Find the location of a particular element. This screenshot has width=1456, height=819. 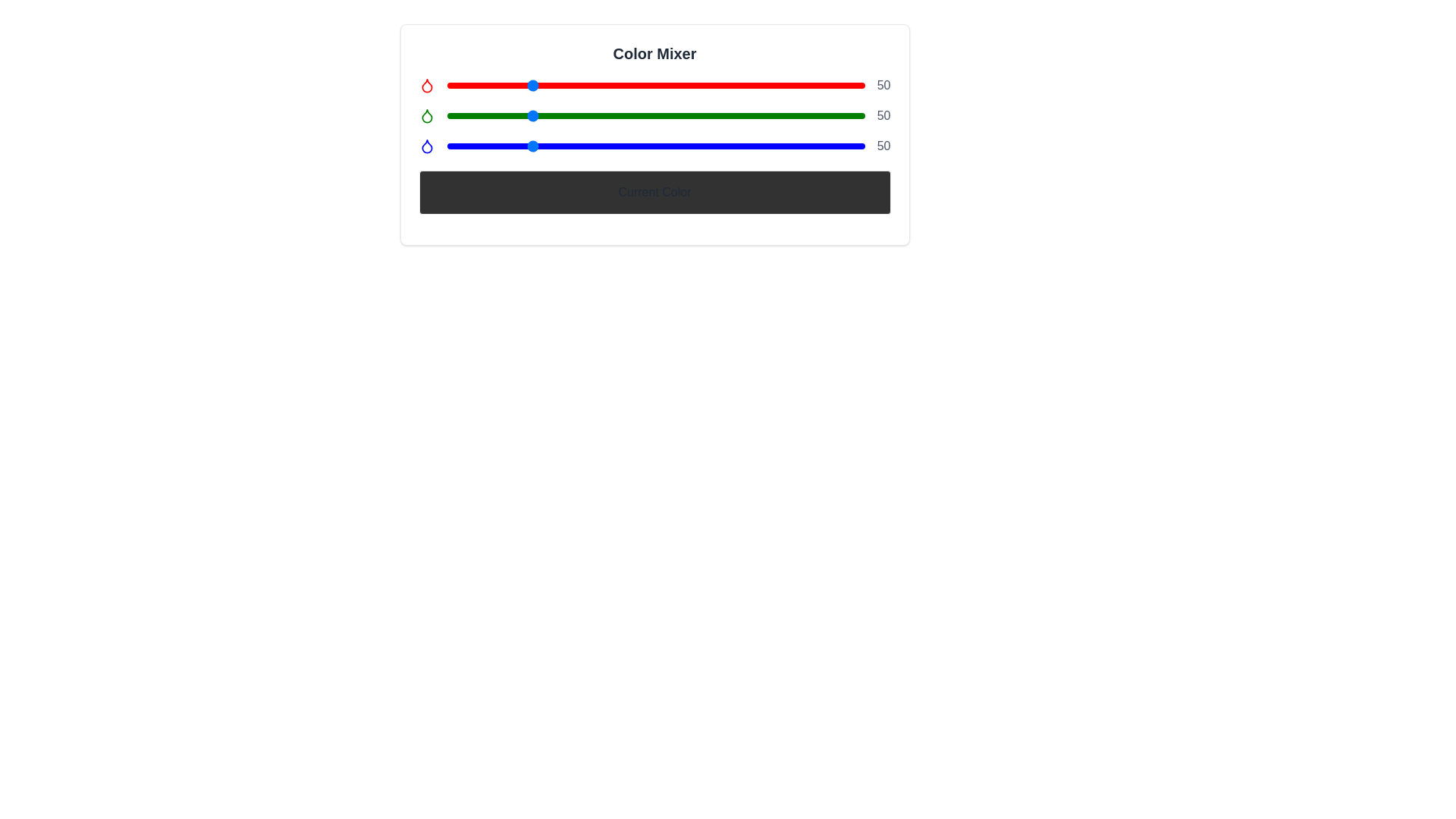

the green color slider to 13 is located at coordinates (467, 115).